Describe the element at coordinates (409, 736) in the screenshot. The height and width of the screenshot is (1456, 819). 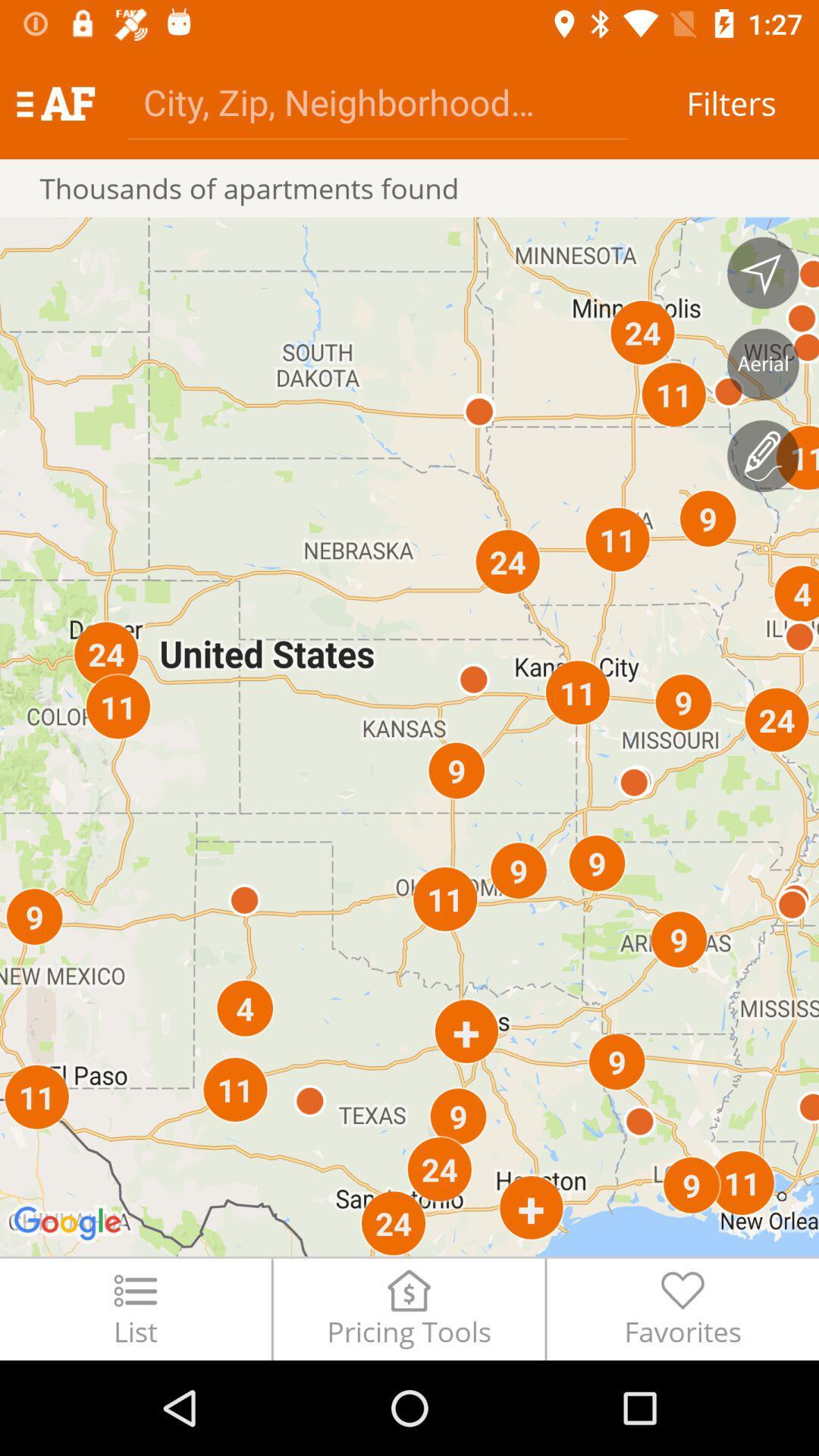
I see `icon below the thousands of apartments` at that location.